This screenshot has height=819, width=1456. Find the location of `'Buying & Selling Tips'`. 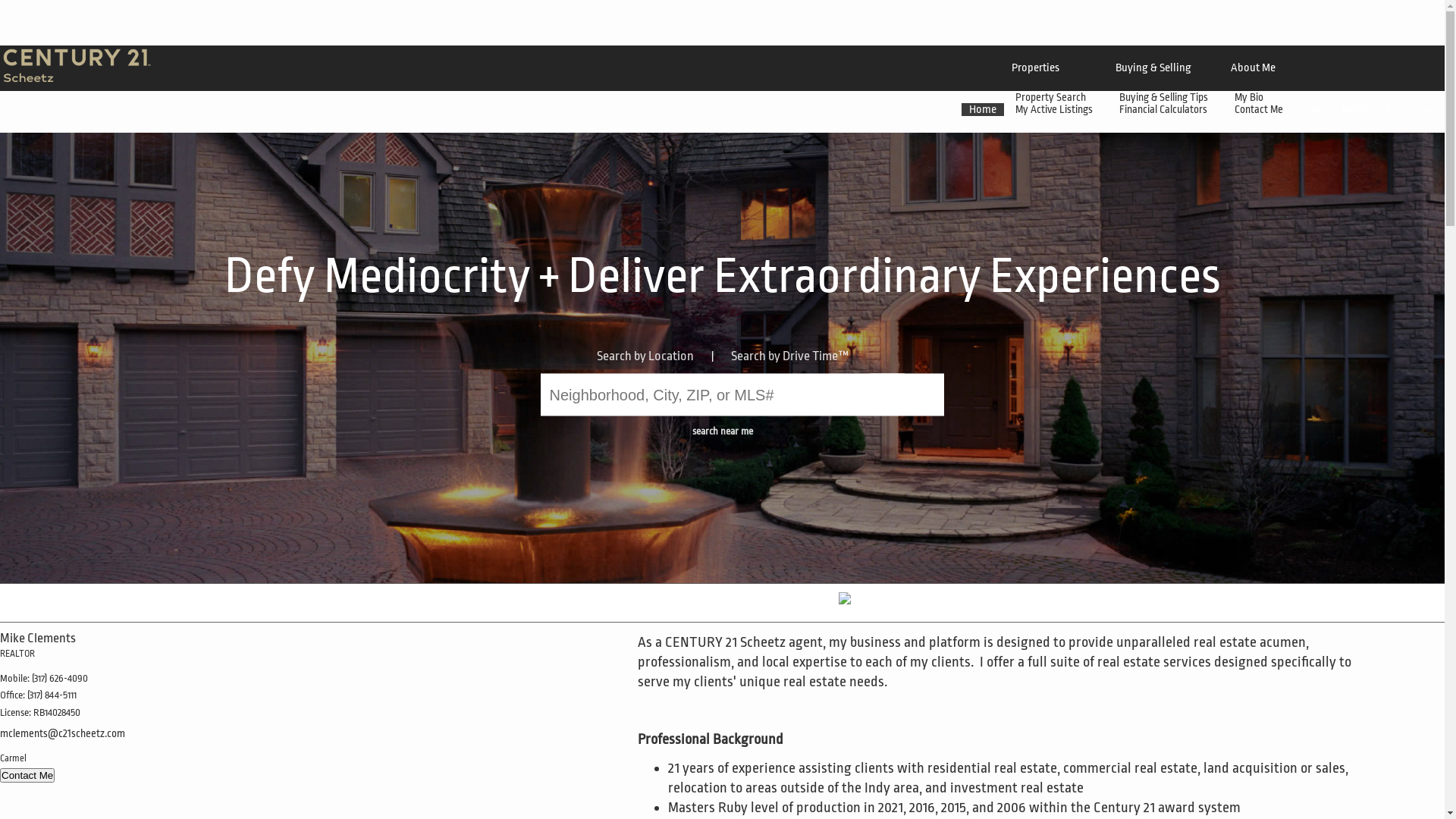

'Buying & Selling Tips' is located at coordinates (1164, 96).